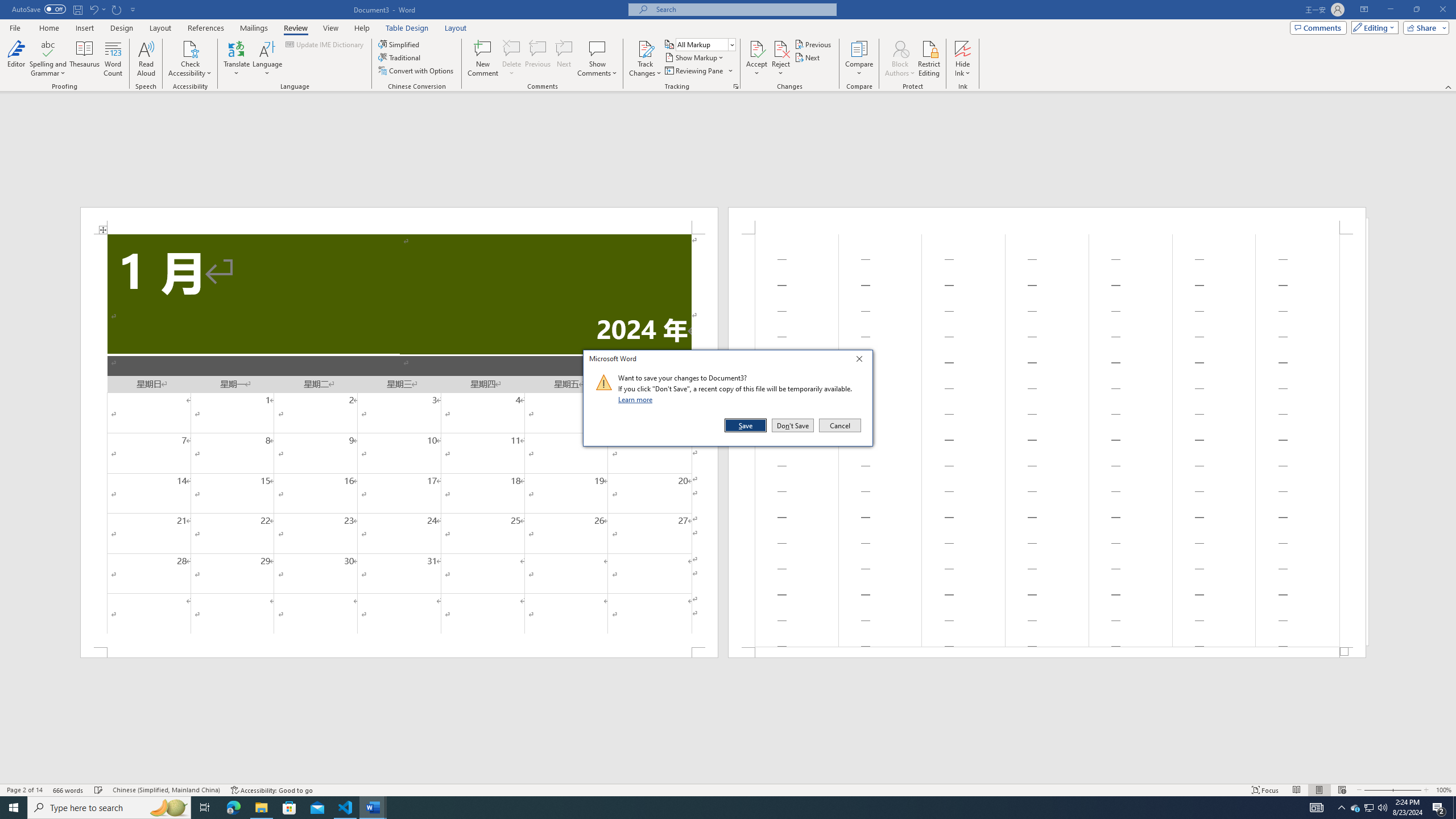 The width and height of the screenshot is (1456, 819). What do you see at coordinates (289, 806) in the screenshot?
I see `'Microsoft Store'` at bounding box center [289, 806].